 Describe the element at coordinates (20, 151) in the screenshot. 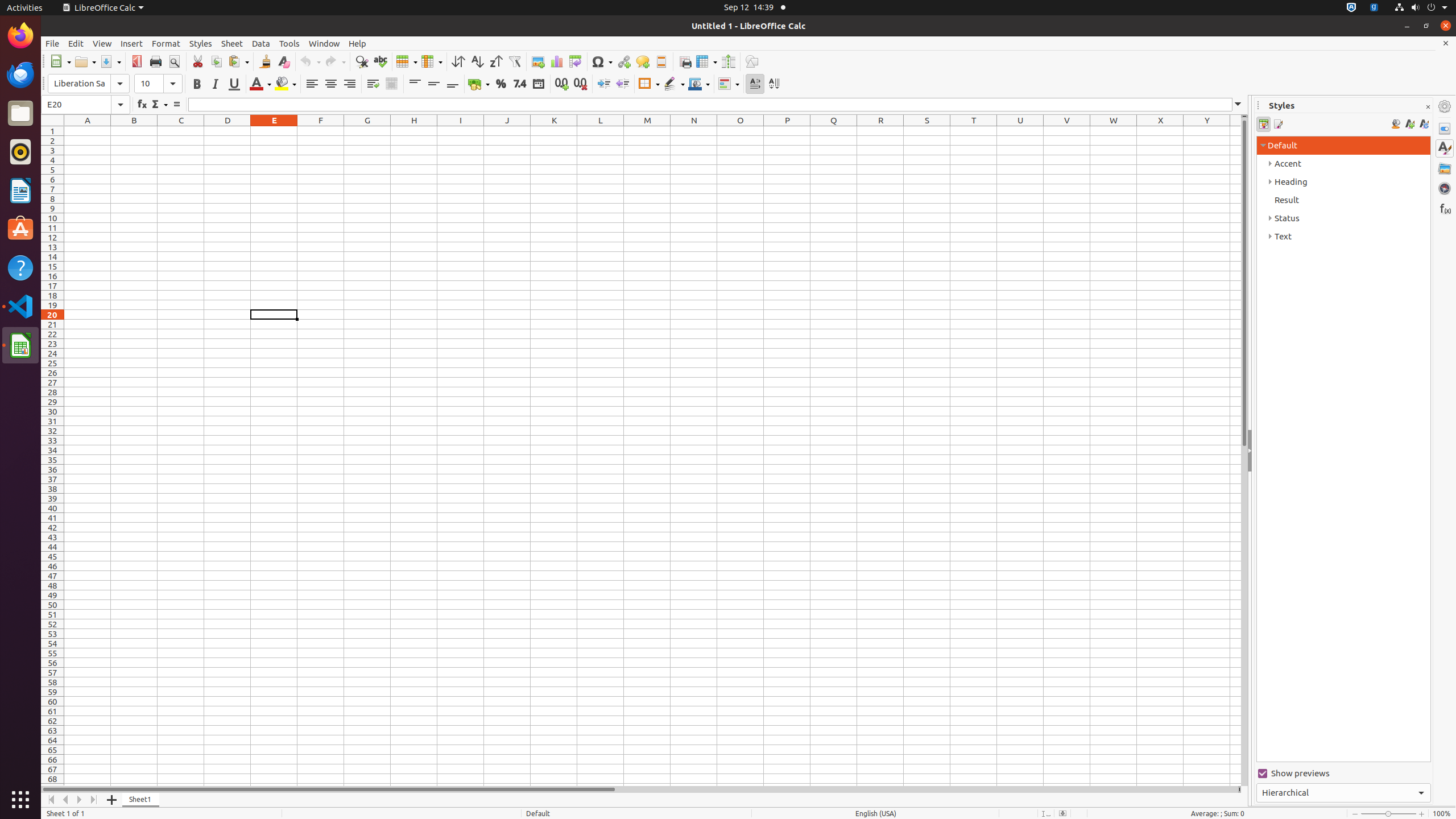

I see `'Rhythmbox'` at that location.